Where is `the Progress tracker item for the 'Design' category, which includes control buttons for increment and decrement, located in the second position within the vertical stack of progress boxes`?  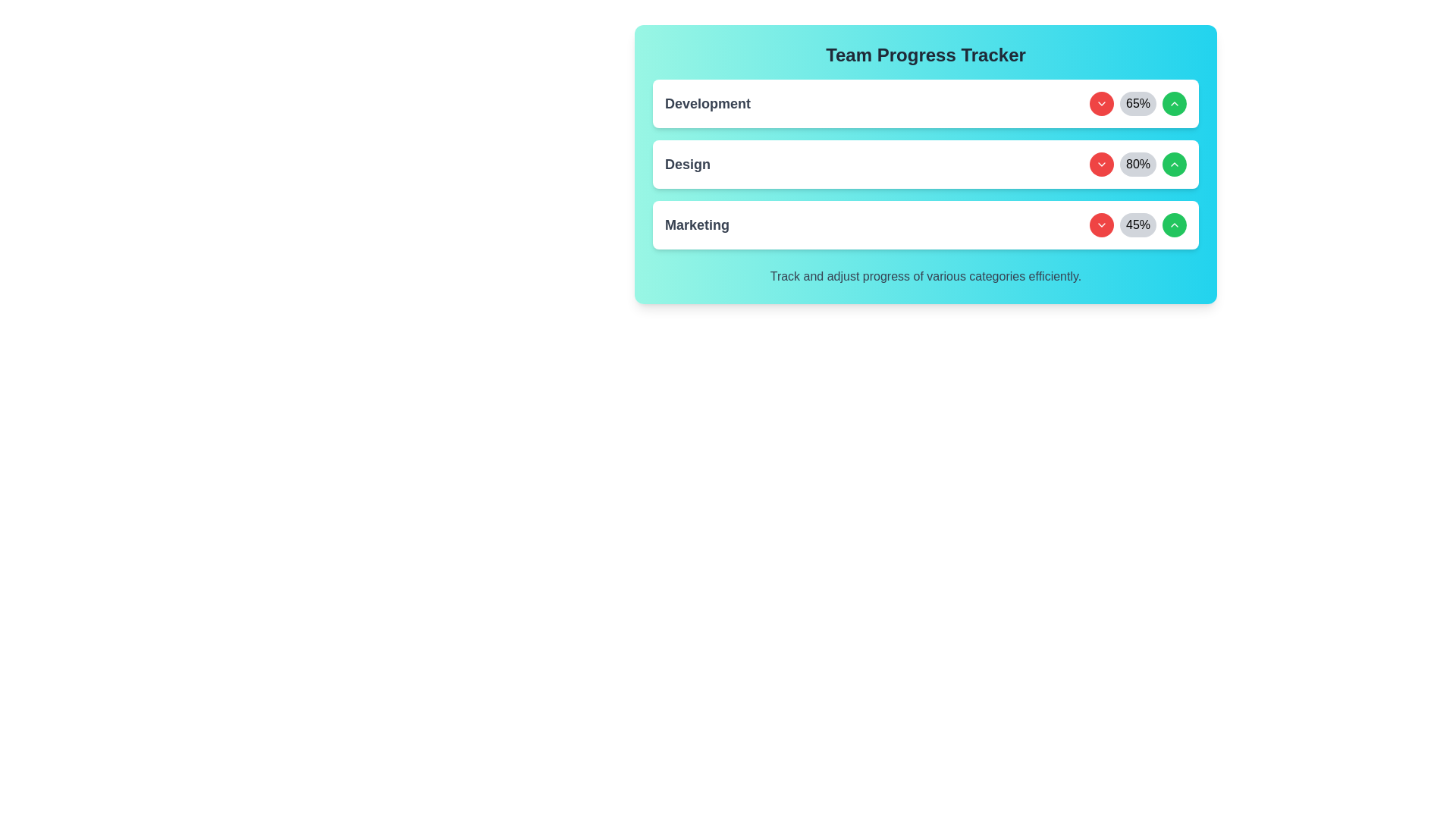 the Progress tracker item for the 'Design' category, which includes control buttons for increment and decrement, located in the second position within the vertical stack of progress boxes is located at coordinates (924, 164).